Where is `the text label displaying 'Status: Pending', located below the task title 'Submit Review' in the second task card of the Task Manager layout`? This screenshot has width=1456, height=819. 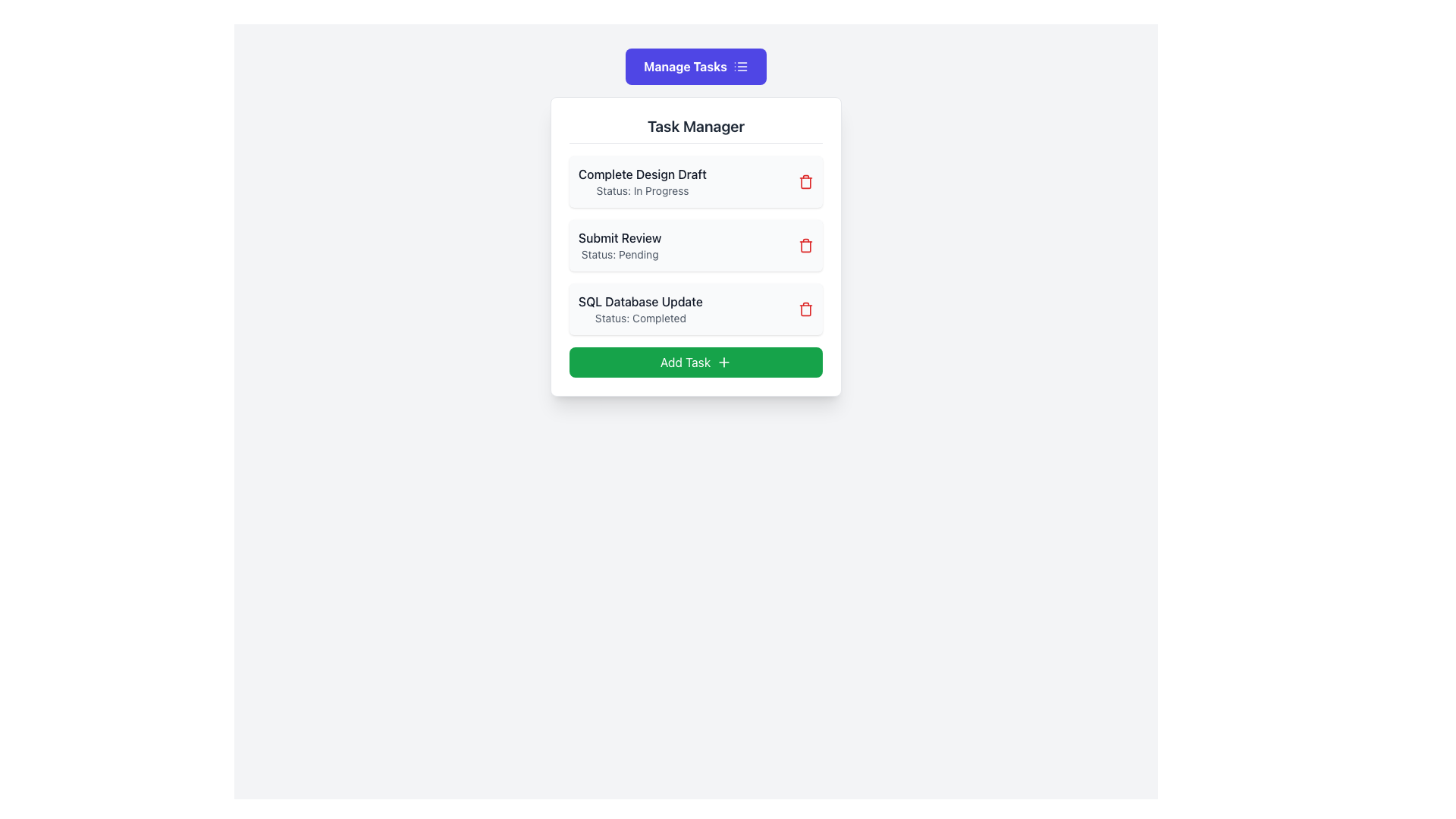 the text label displaying 'Status: Pending', located below the task title 'Submit Review' in the second task card of the Task Manager layout is located at coordinates (620, 253).